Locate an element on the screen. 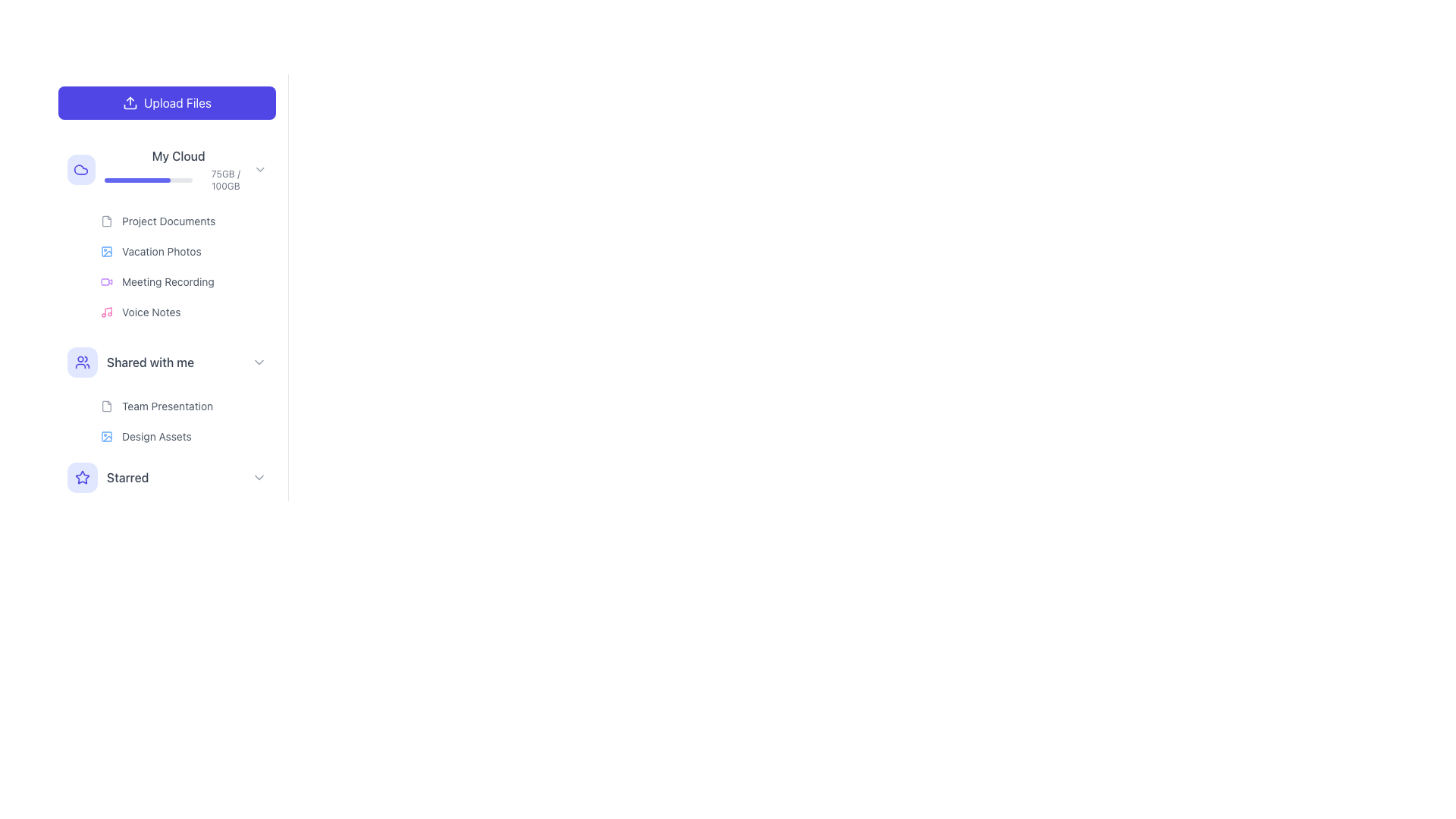 Image resolution: width=1456 pixels, height=819 pixels. the selectable list item titled 'Design Assets' that displays its size as '234MB' is located at coordinates (184, 436).